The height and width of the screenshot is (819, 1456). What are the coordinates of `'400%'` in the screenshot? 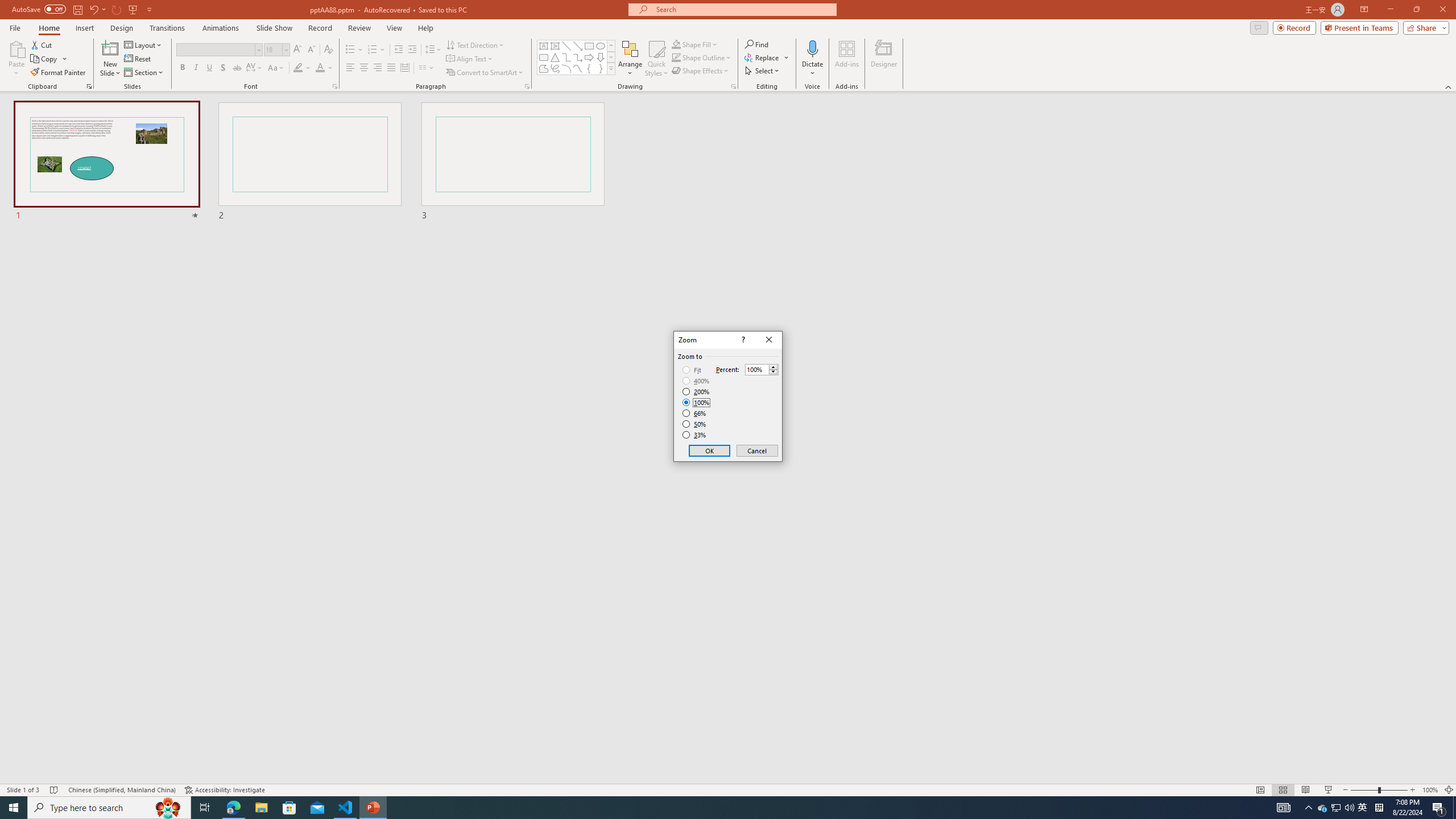 It's located at (696, 381).